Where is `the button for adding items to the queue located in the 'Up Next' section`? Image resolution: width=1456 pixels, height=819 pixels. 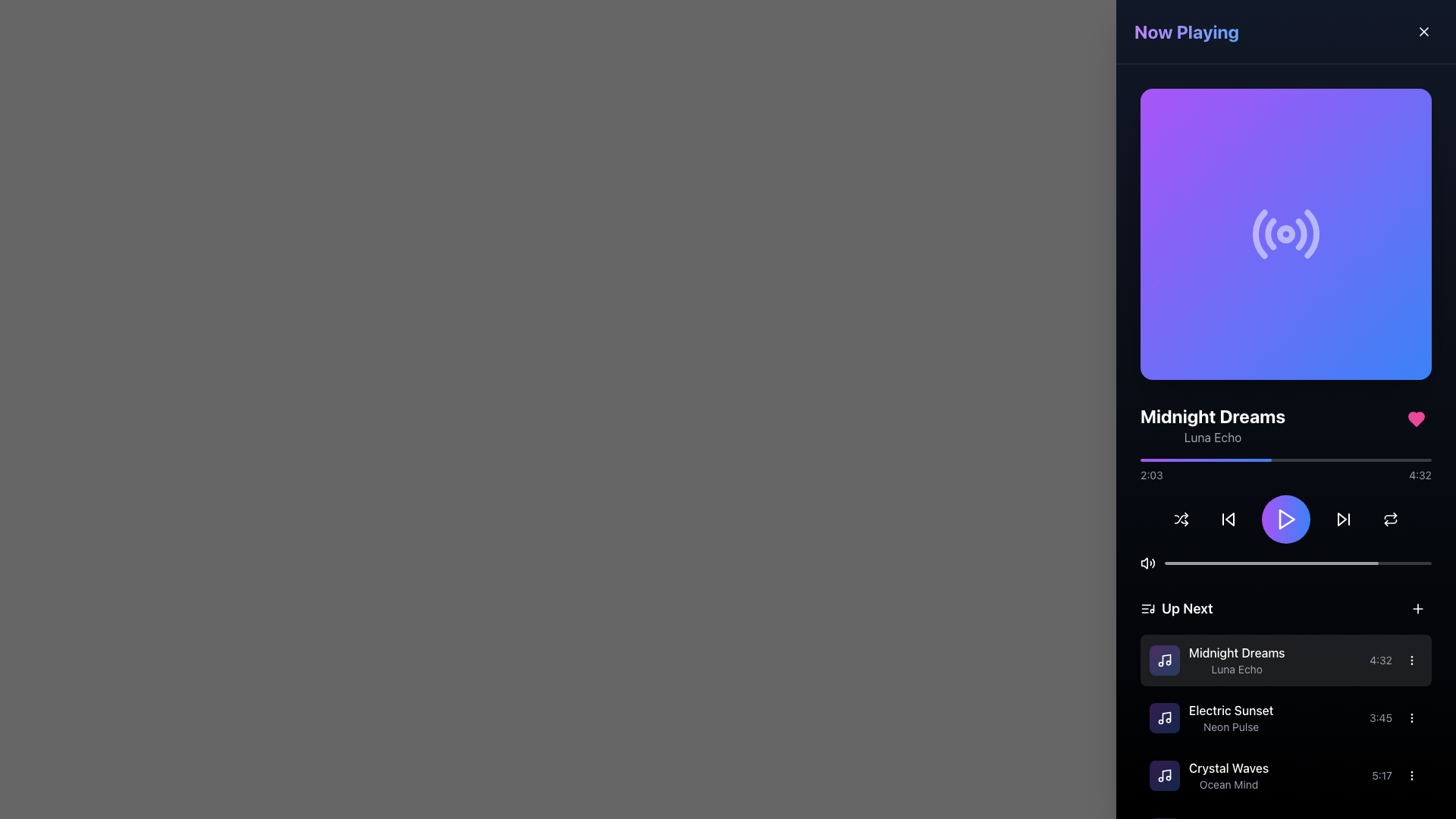 the button for adding items to the queue located in the 'Up Next' section is located at coordinates (1417, 607).